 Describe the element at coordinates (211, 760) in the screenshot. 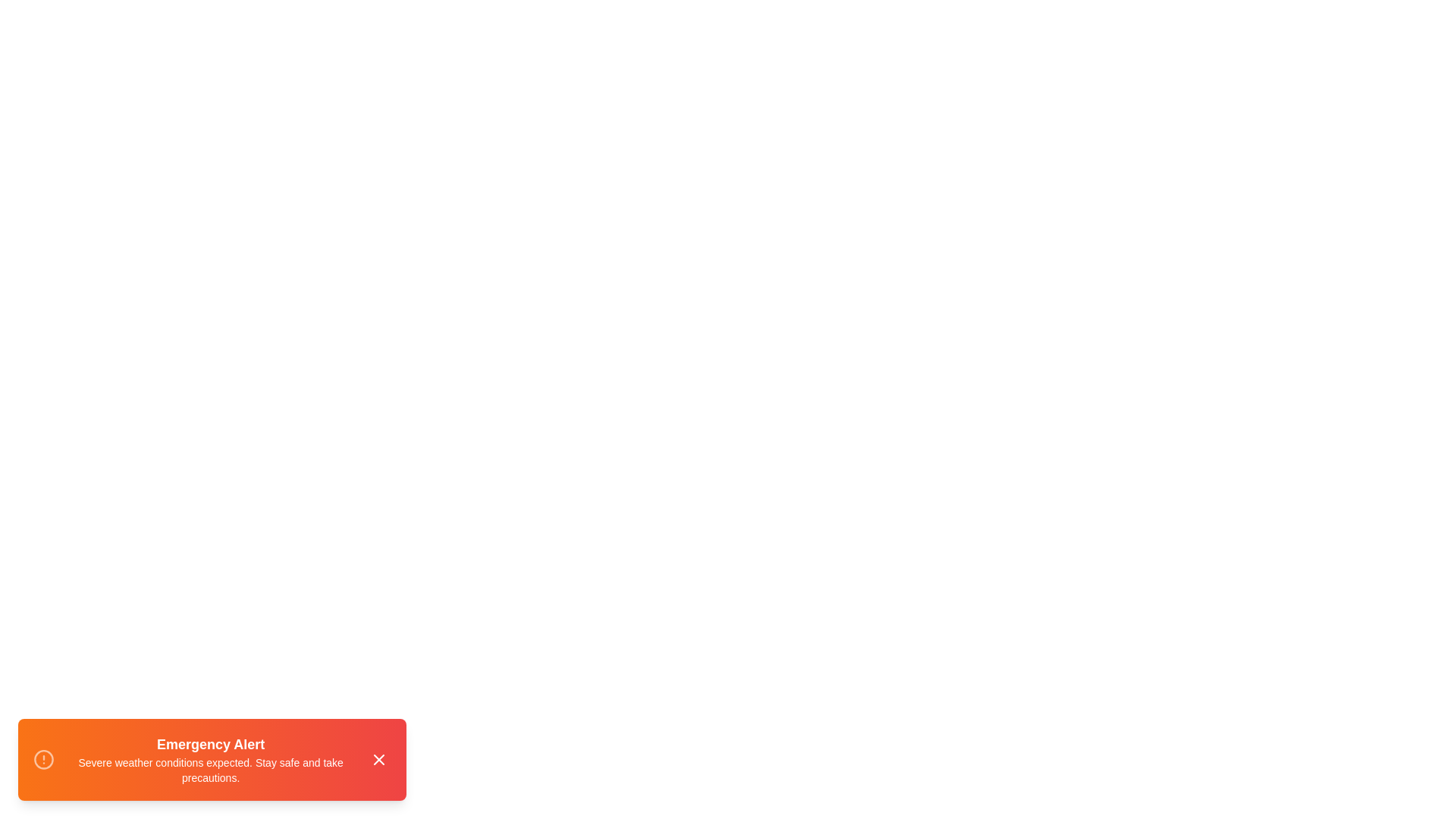

I see `the emergency alert message to read it` at that location.